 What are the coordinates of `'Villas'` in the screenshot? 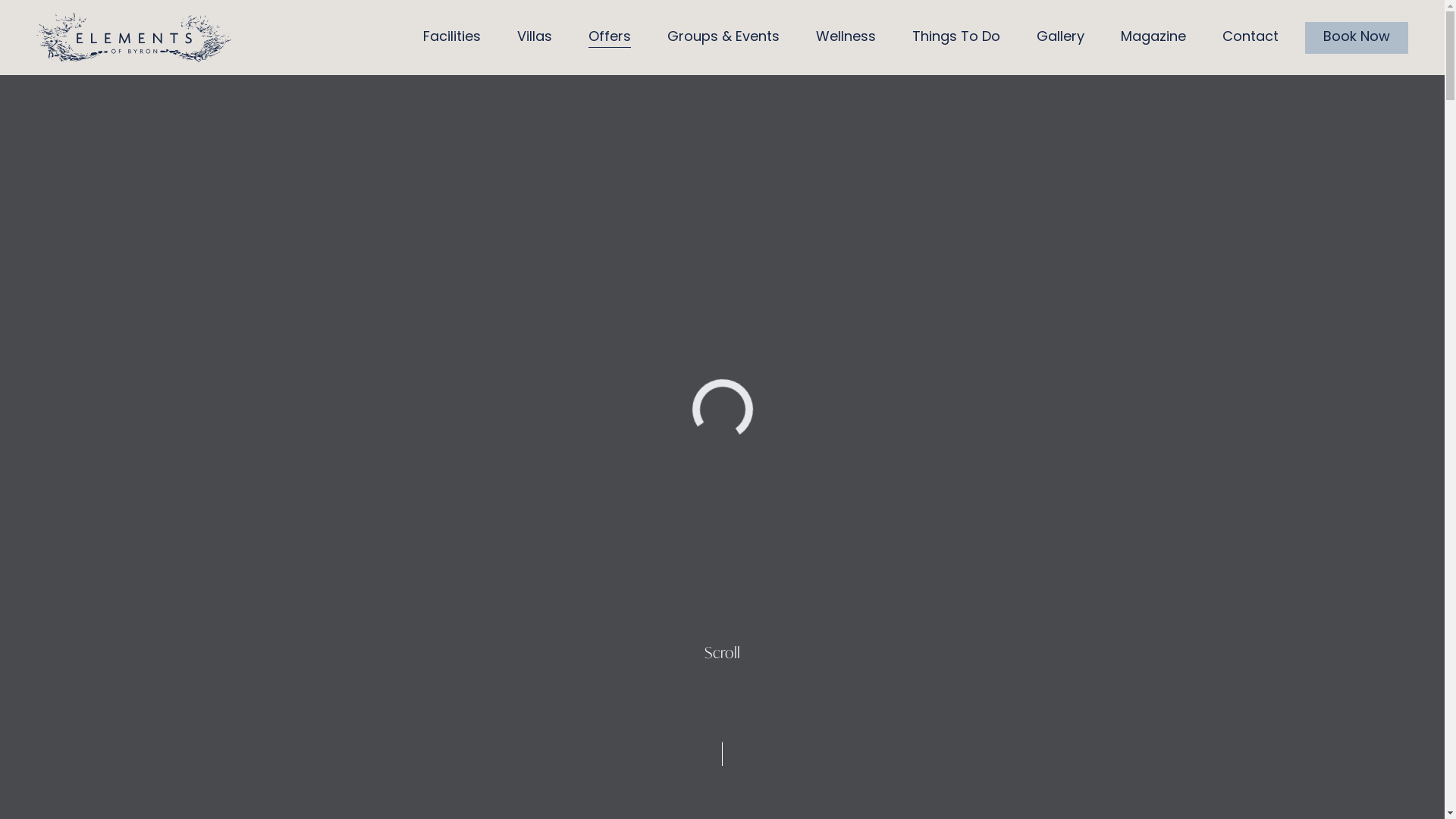 It's located at (535, 37).